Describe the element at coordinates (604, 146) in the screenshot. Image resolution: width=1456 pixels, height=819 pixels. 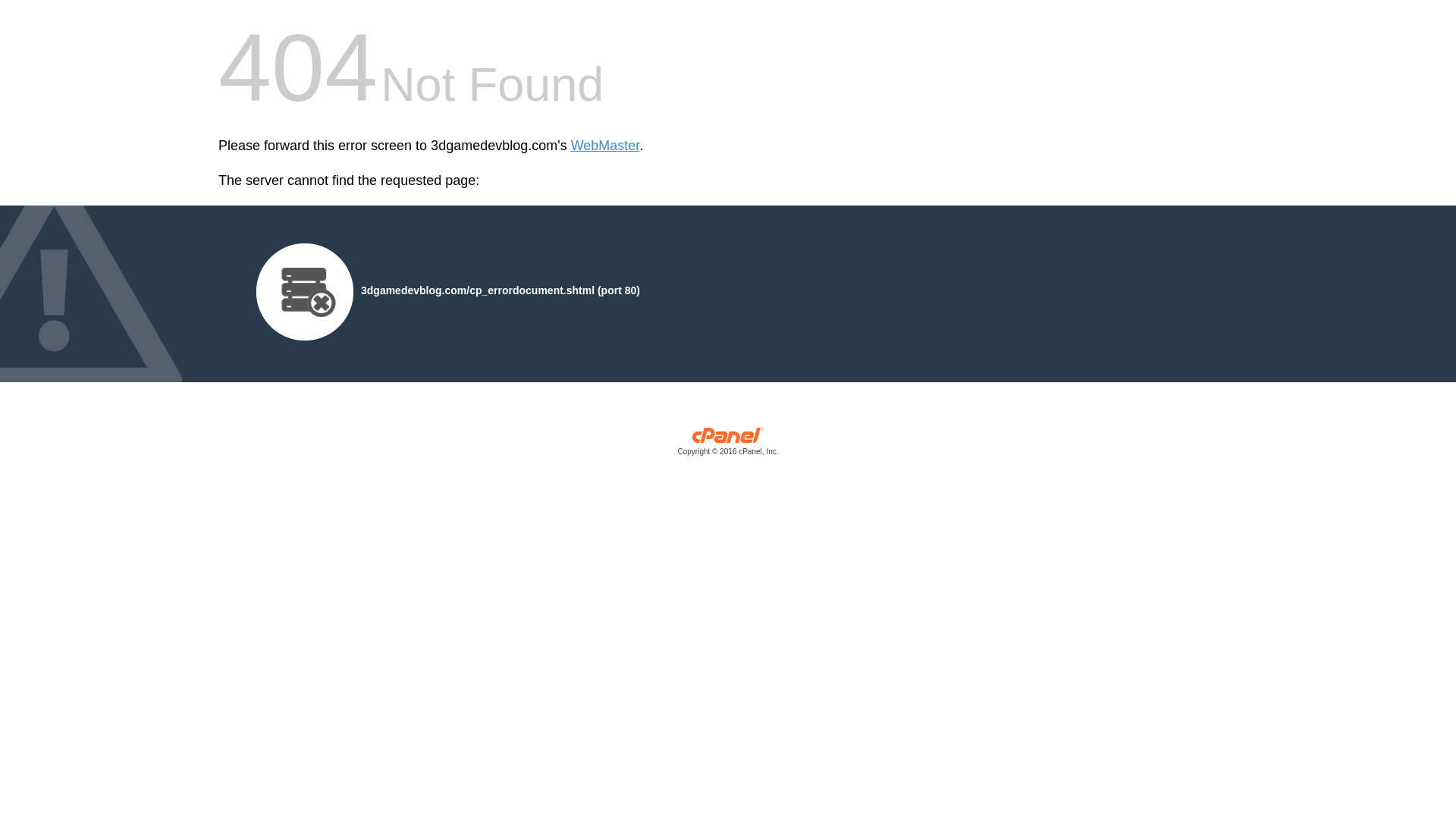
I see `'WebMaster'` at that location.